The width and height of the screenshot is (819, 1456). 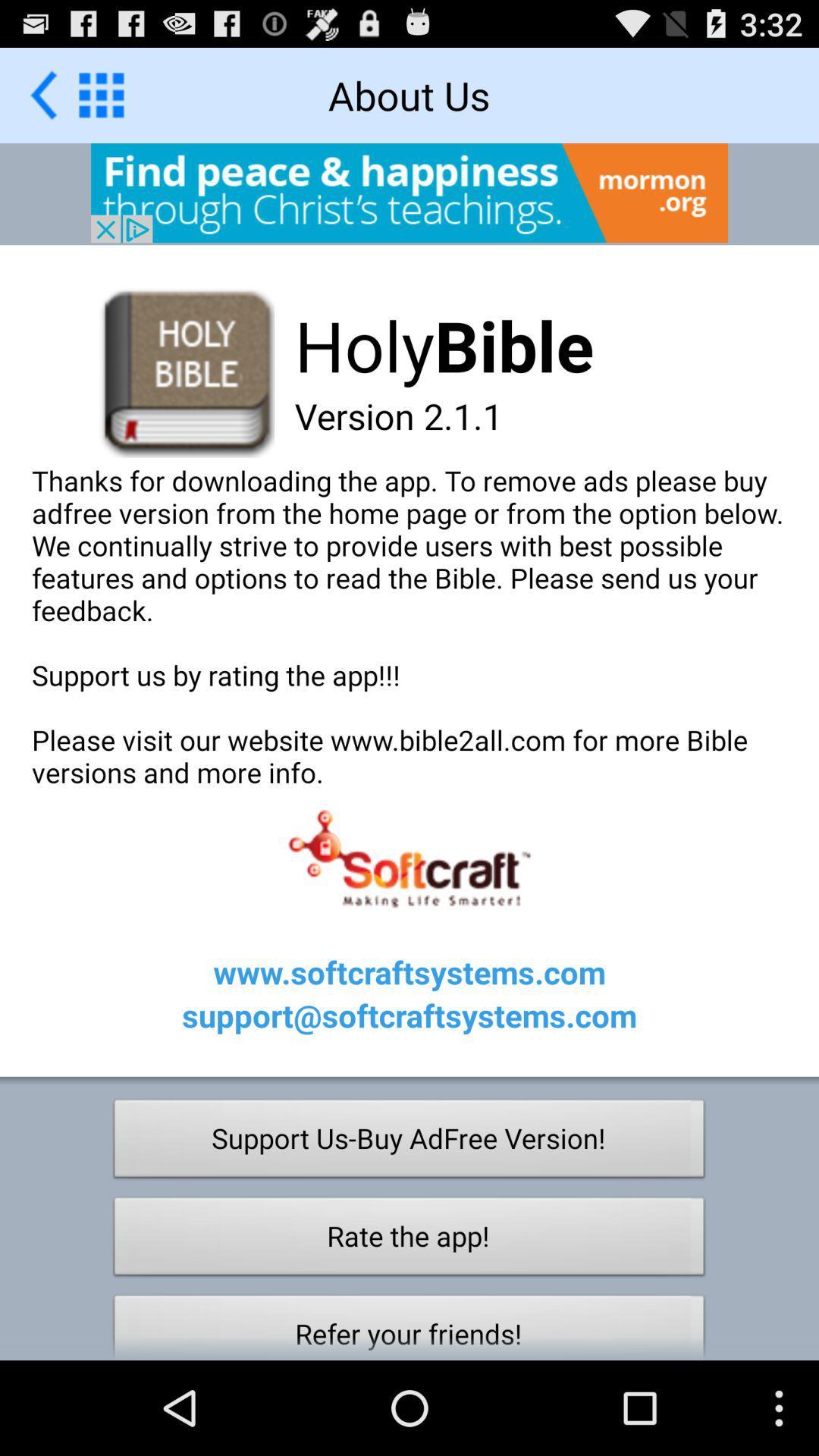 I want to click on go back, so click(x=101, y=94).